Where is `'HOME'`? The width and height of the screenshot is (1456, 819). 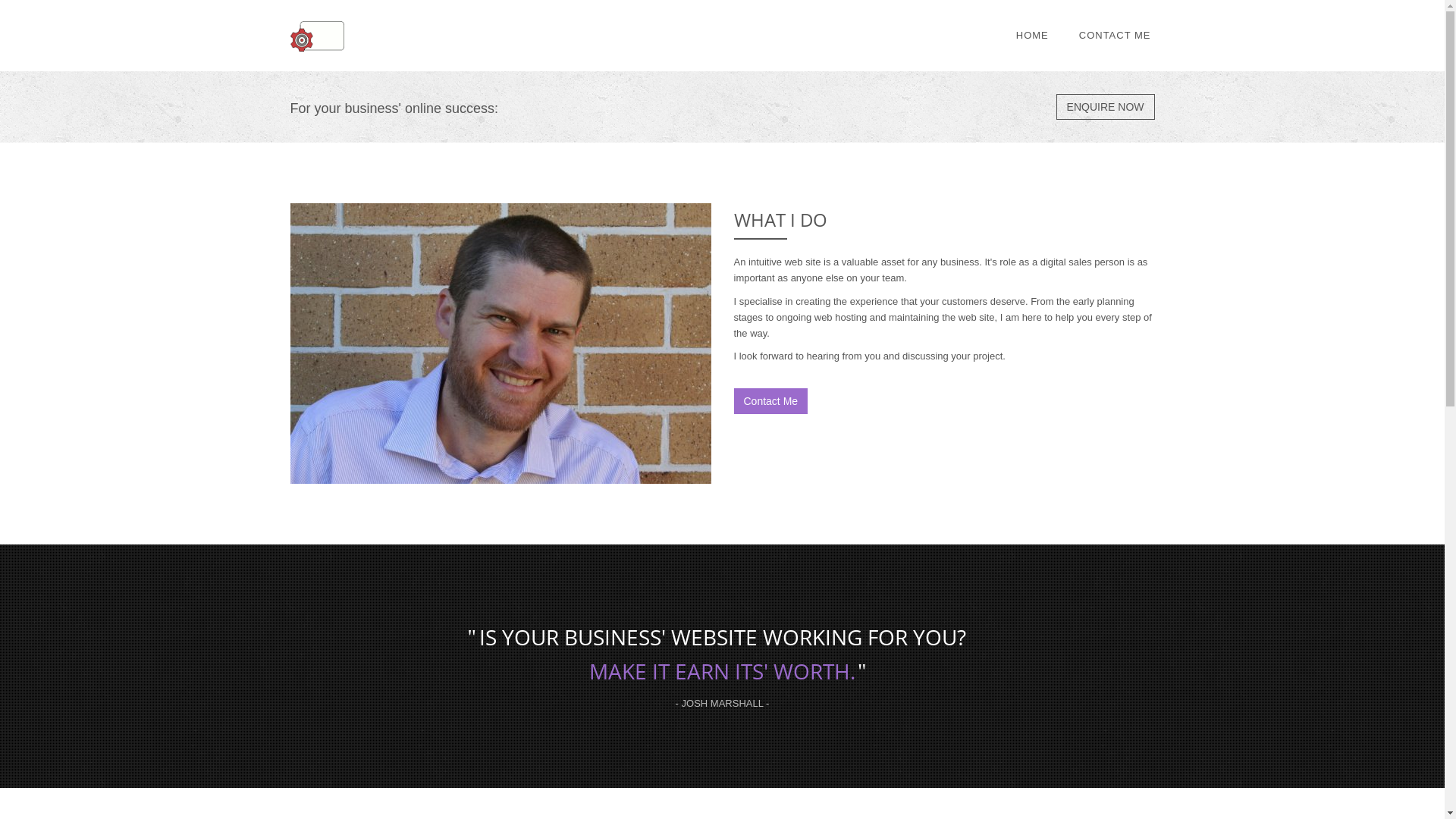
'HOME' is located at coordinates (1001, 34).